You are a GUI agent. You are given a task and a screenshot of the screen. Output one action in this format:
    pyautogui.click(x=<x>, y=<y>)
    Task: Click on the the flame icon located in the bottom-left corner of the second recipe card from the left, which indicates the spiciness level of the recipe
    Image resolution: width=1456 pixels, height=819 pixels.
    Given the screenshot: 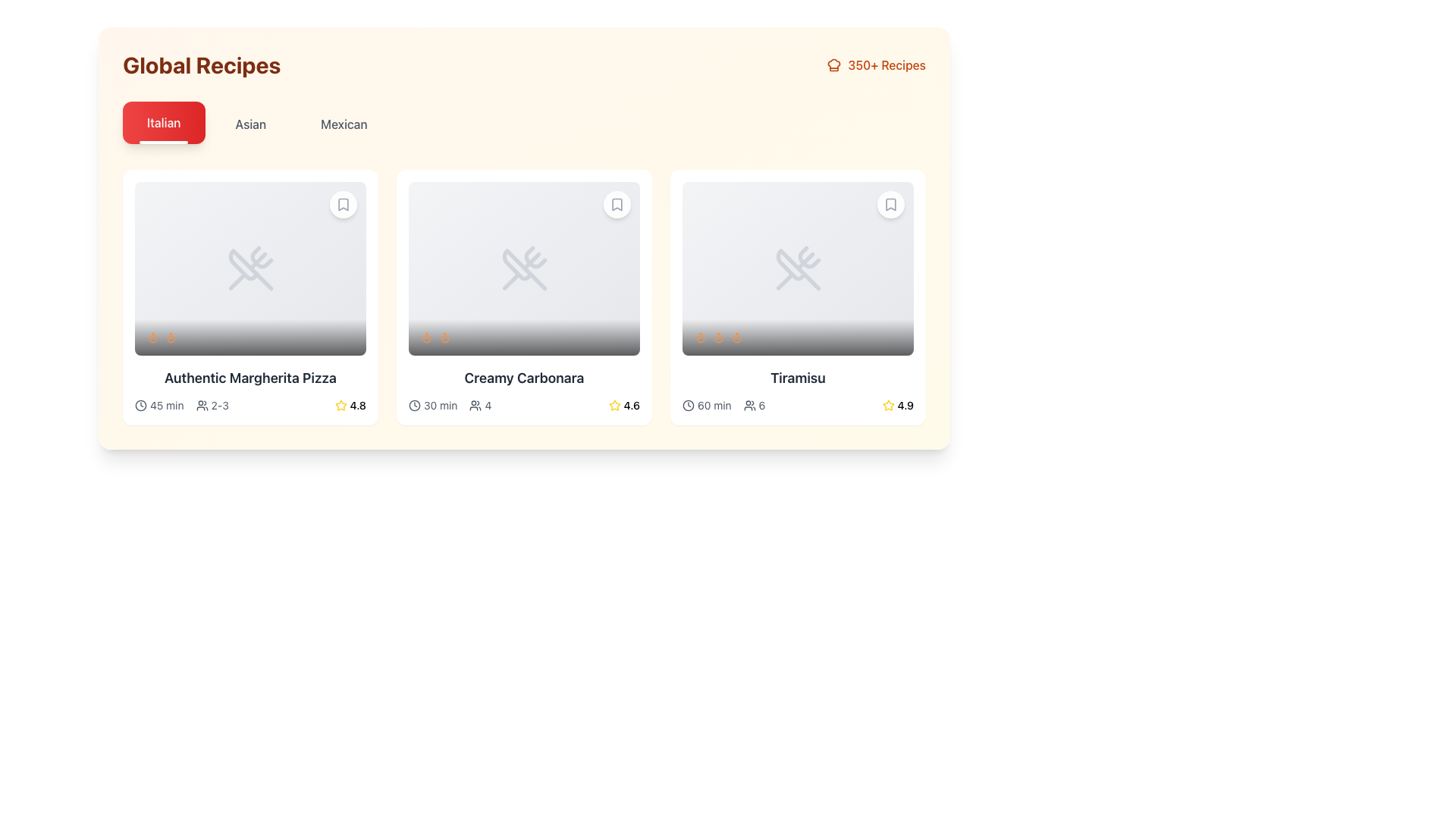 What is the action you would take?
    pyautogui.click(x=444, y=336)
    